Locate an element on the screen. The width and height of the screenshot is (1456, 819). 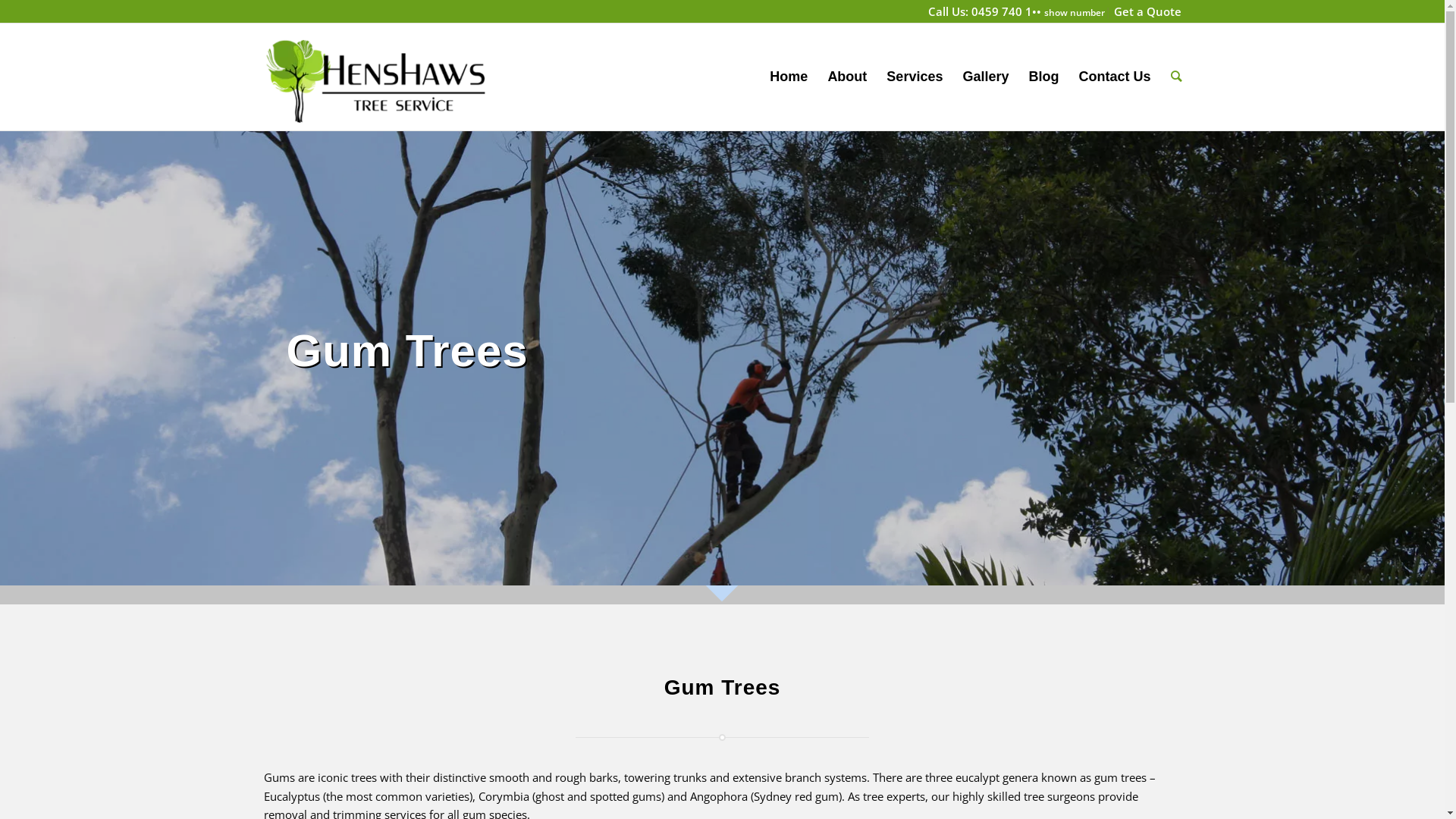
'Services' is located at coordinates (913, 77).